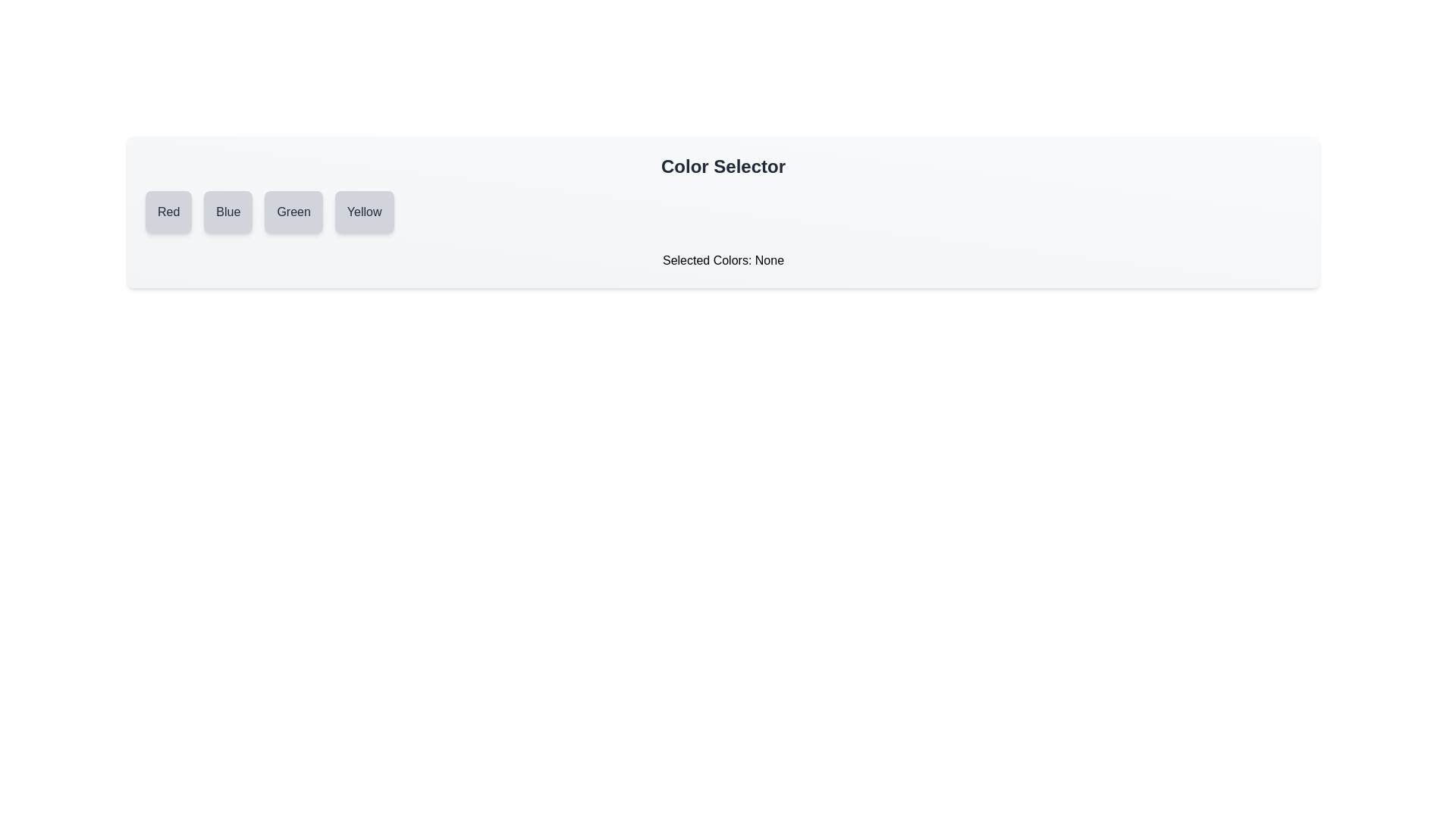 This screenshot has width=1456, height=819. Describe the element at coordinates (227, 212) in the screenshot. I see `the color Blue by clicking its button` at that location.